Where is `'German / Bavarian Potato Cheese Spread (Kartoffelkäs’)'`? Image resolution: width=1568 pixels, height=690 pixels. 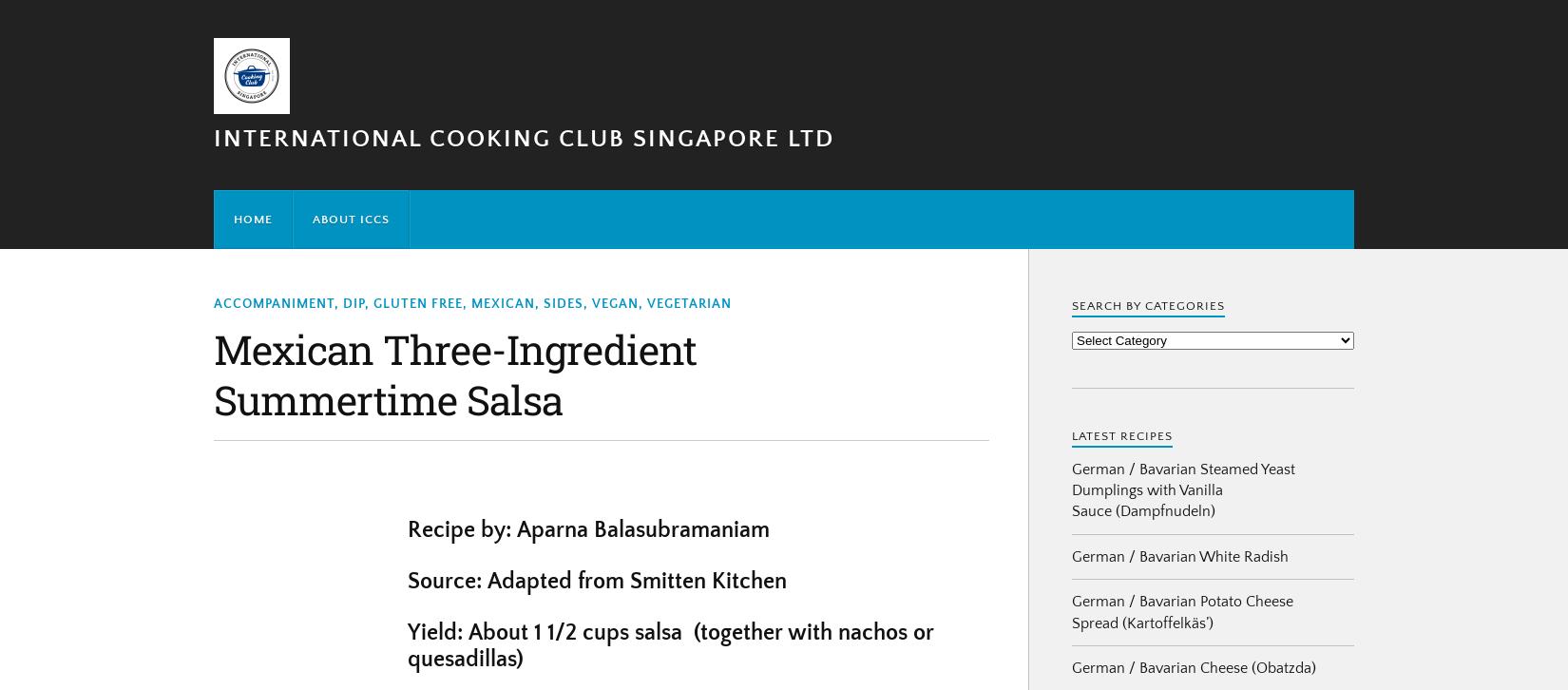
'German / Bavarian Potato Cheese Spread (Kartoffelkäs’)' is located at coordinates (1181, 611).